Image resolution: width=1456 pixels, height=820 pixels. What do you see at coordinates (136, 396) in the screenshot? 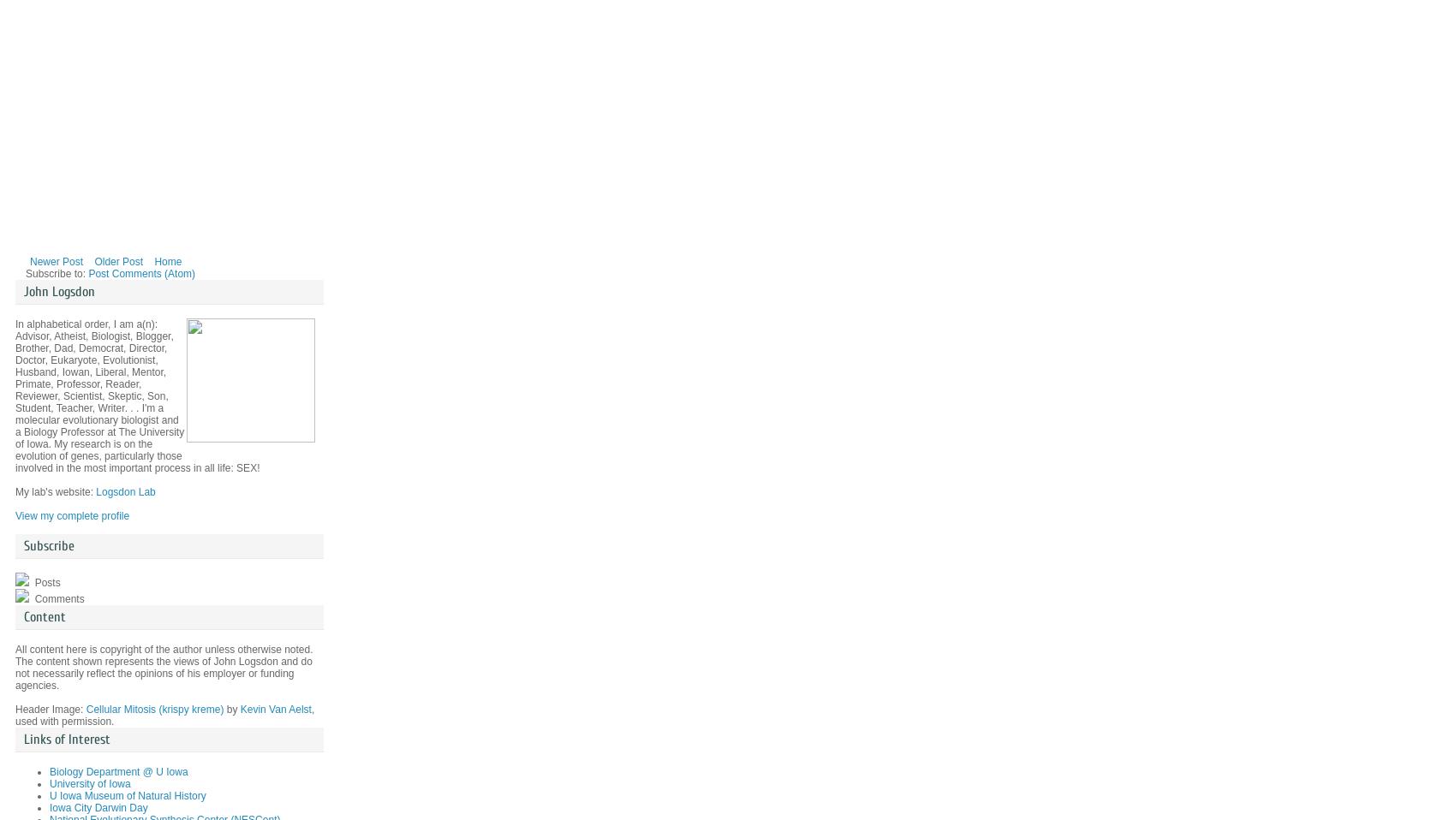
I see `'In alphabetical order, I am a(n): Advisor, Atheist, Biologist, Blogger, Brother, Dad, Democrat, Director, Doctor, Eukaryote, Evolutionist, Husband, Iowan, Liberal, Mentor, Primate, Professor, Reader, Reviewer, Scientist, Skeptic, Son, Student, Teacher, Writer. . . I'm a molecular evolutionary biologist and a Biology Professor at The University of Iowa. My research is on the evolution of genes, particularly those involved in the most important process in all life: SEX!'` at bounding box center [136, 396].